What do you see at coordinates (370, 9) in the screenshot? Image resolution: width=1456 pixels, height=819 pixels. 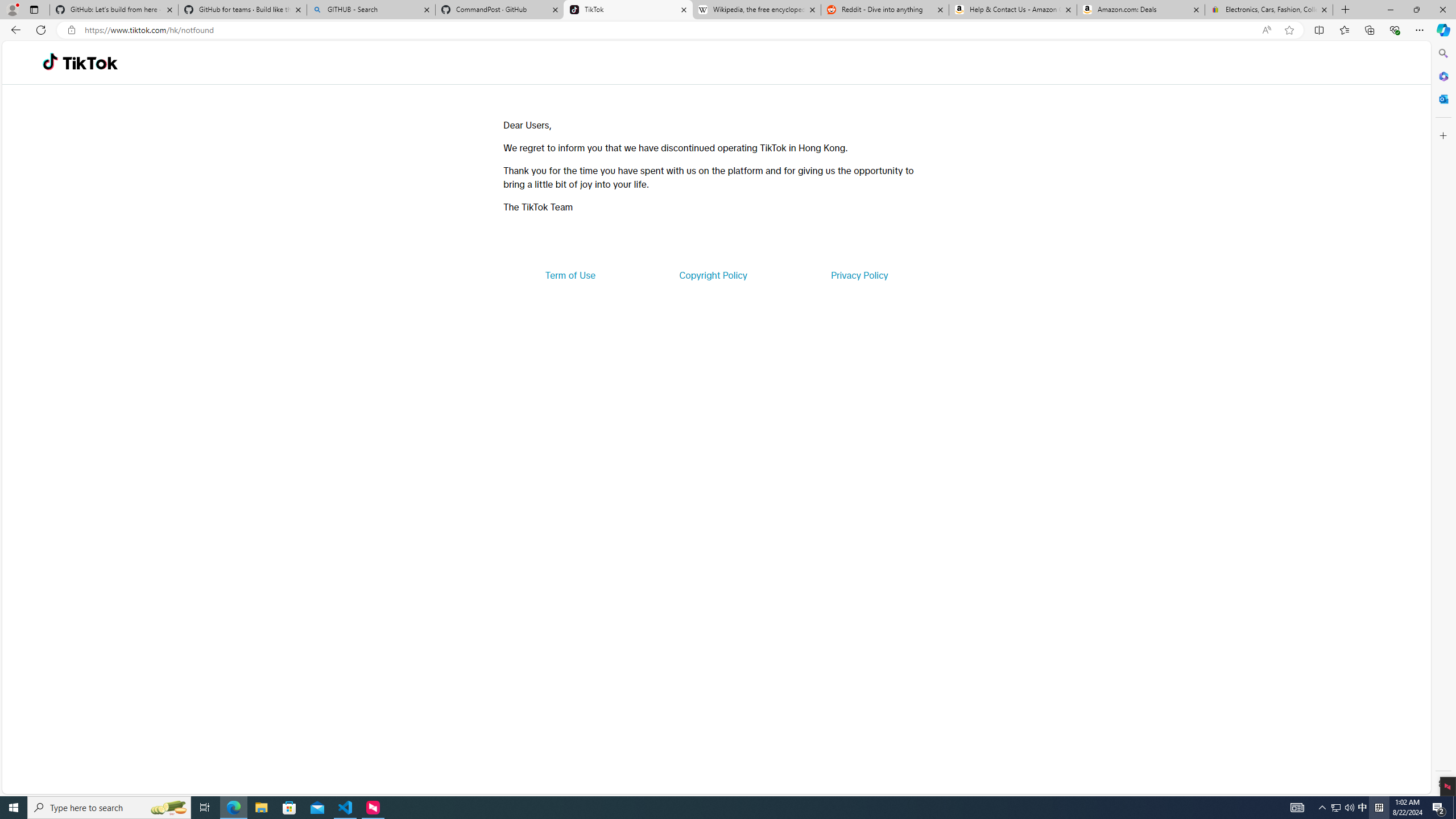 I see `'GITHUB - Search'` at bounding box center [370, 9].